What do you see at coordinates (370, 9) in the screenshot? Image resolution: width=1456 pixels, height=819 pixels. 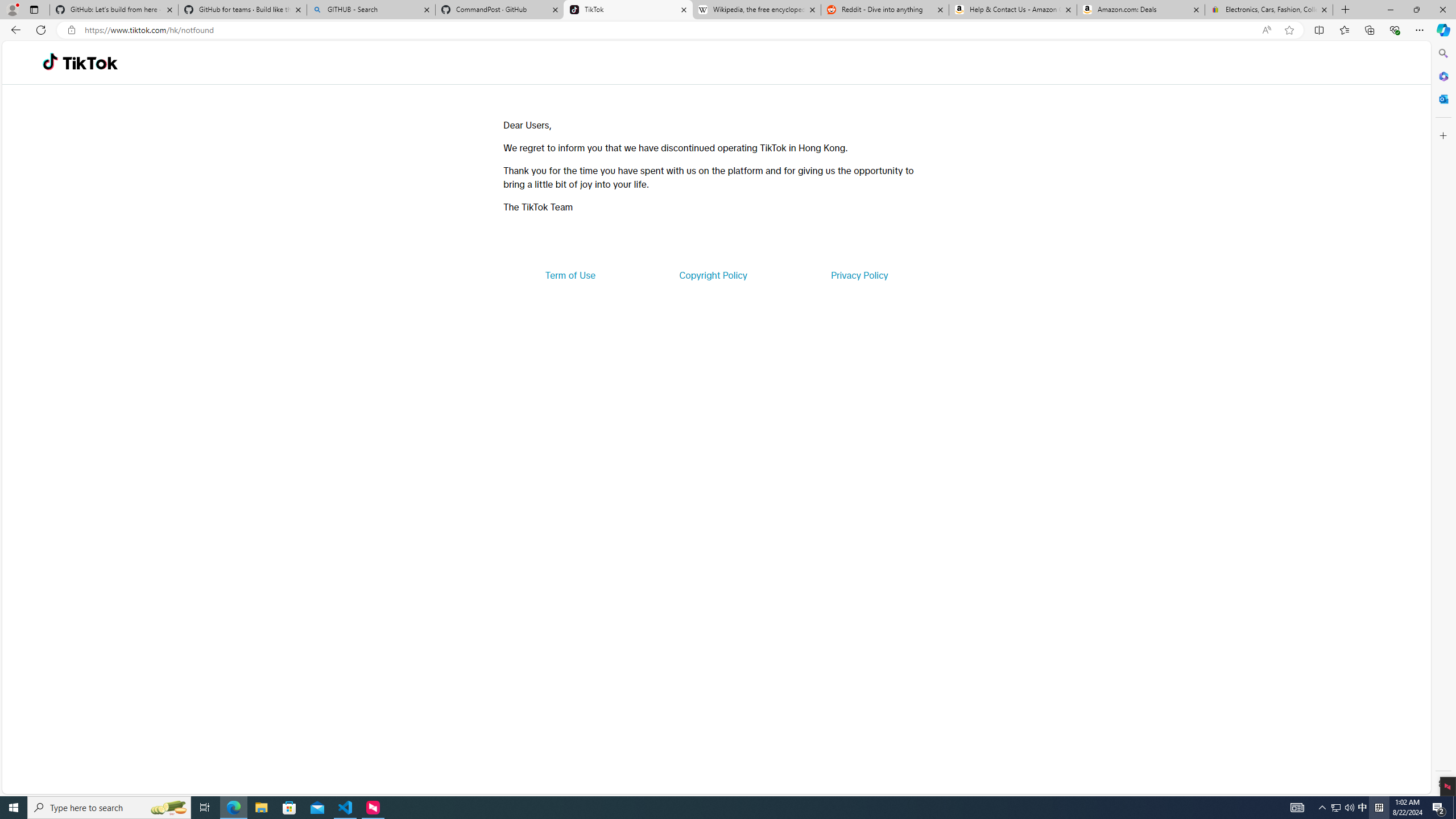 I see `'GITHUB - Search'` at bounding box center [370, 9].